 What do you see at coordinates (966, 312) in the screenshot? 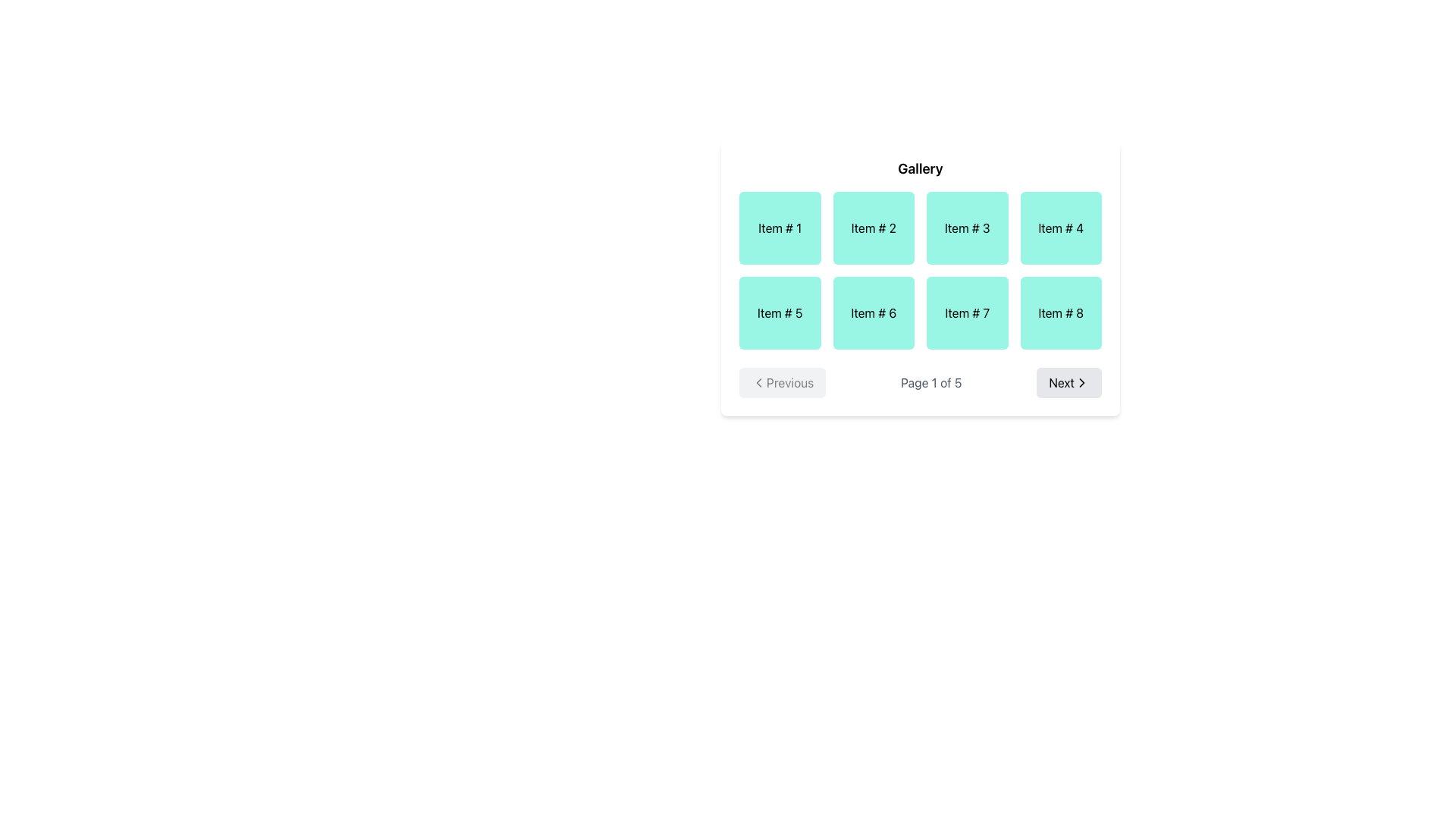
I see `text displayed in the text label that shows 'Item # 7', which is centrally aligned in a teal rectangular background and is positioned as the seventh item in the gallery grid` at bounding box center [966, 312].